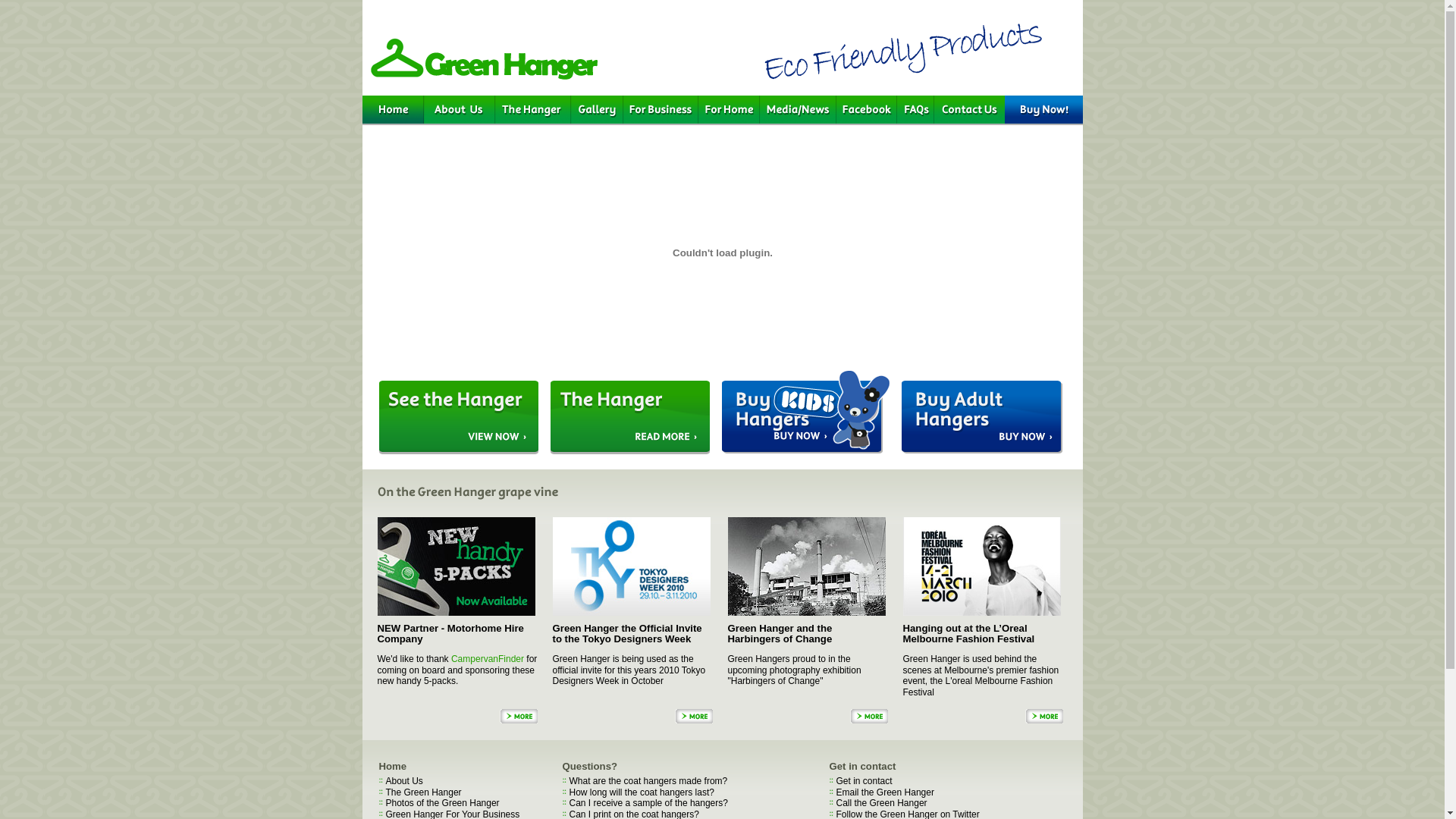 This screenshot has width=1456, height=819. Describe the element at coordinates (648, 802) in the screenshot. I see `'Can I receive a sample of the hangers?'` at that location.